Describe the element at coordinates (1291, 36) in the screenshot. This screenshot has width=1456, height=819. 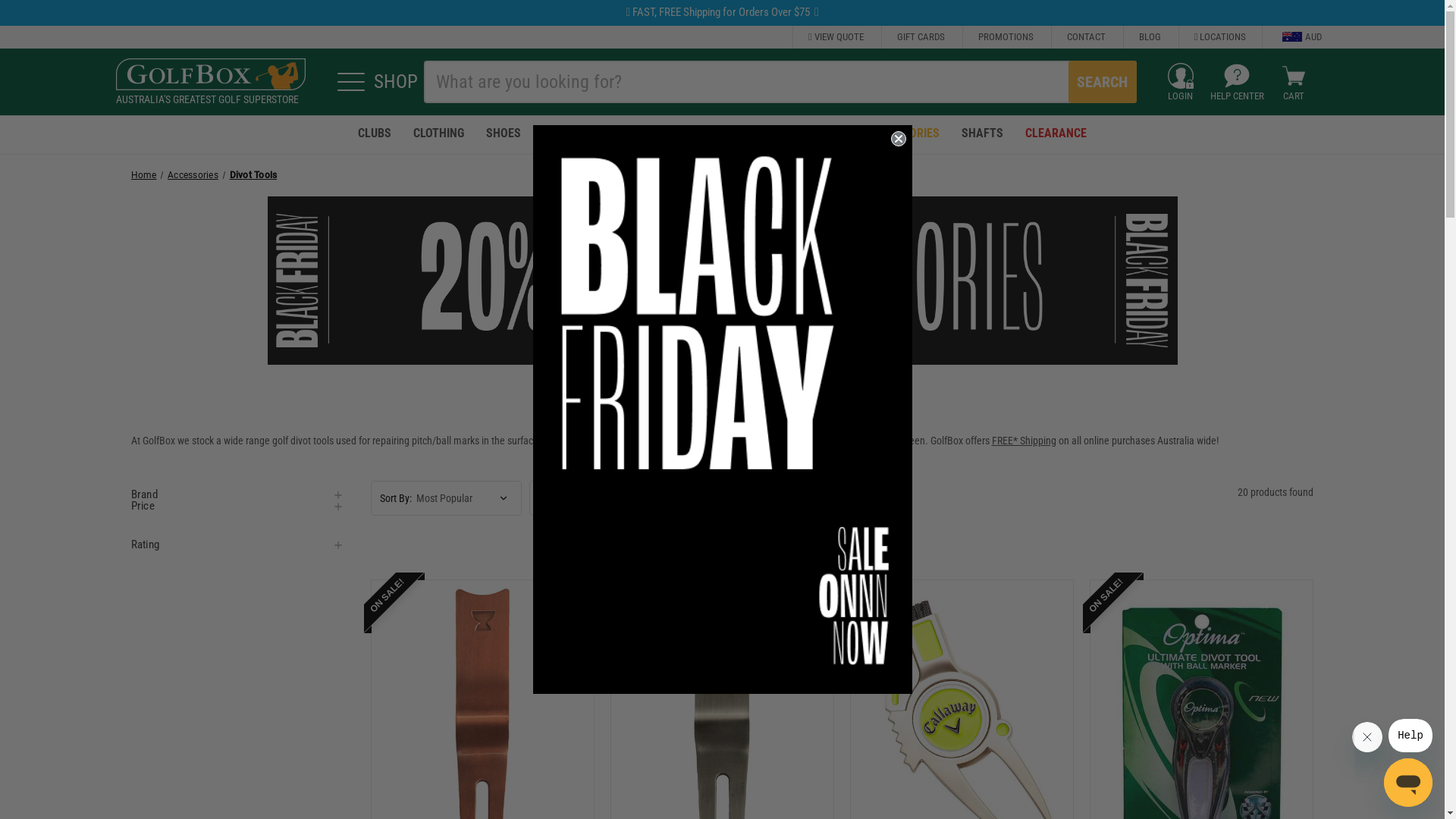
I see `'AUD'` at that location.